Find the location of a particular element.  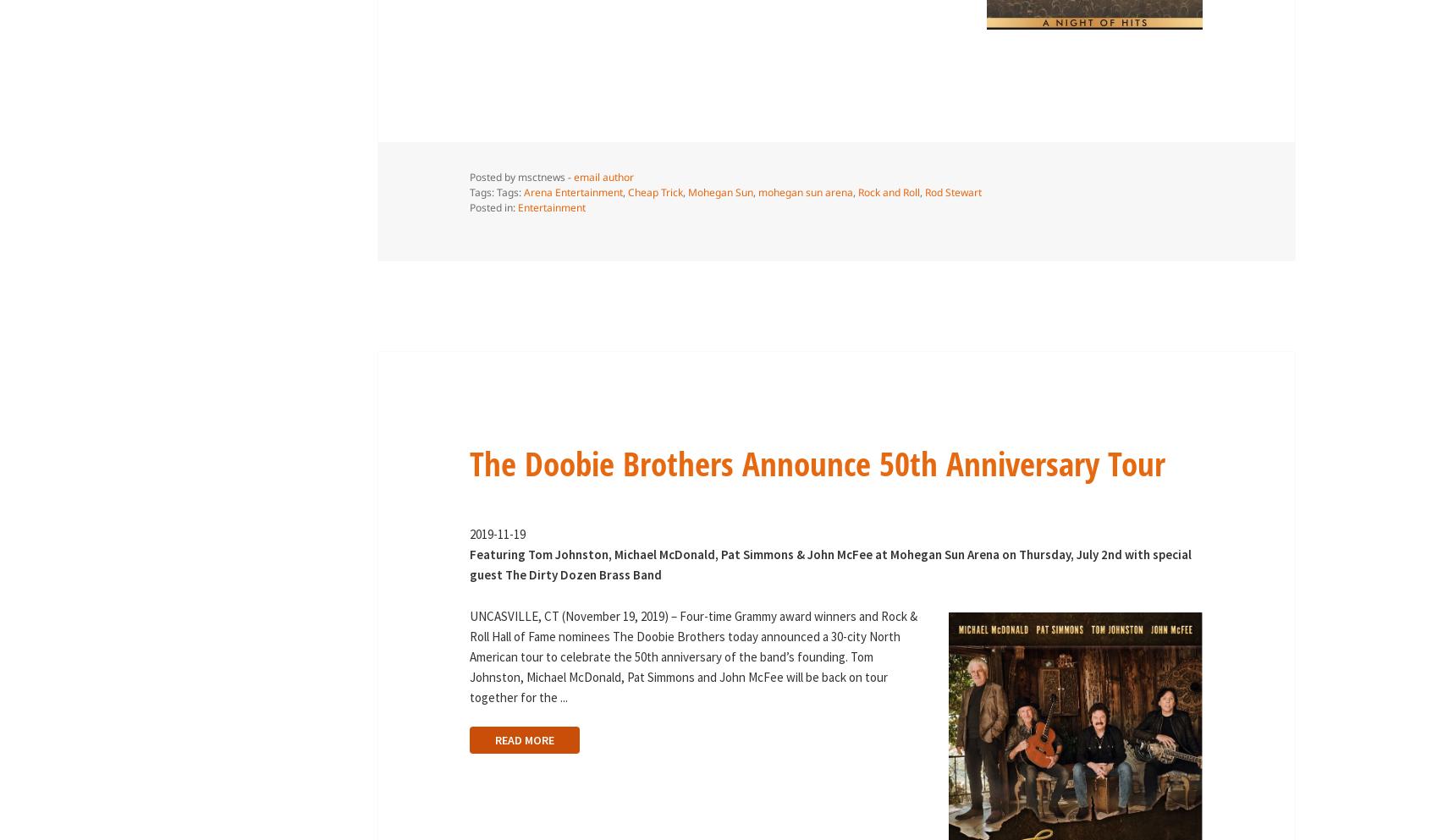

'Tags: Tags:' is located at coordinates (468, 191).